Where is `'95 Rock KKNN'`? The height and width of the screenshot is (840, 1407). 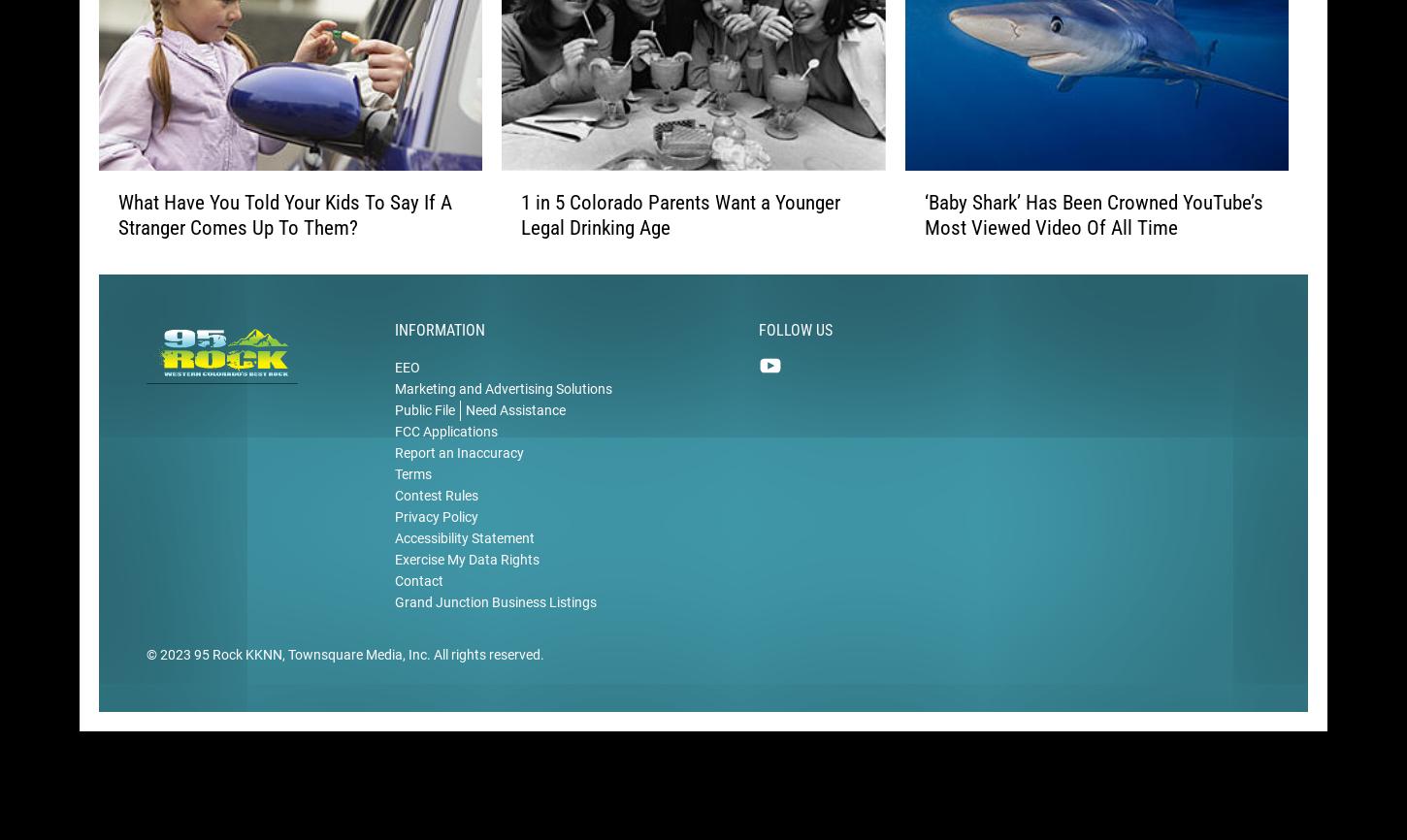
'95 Rock KKNN' is located at coordinates (238, 679).